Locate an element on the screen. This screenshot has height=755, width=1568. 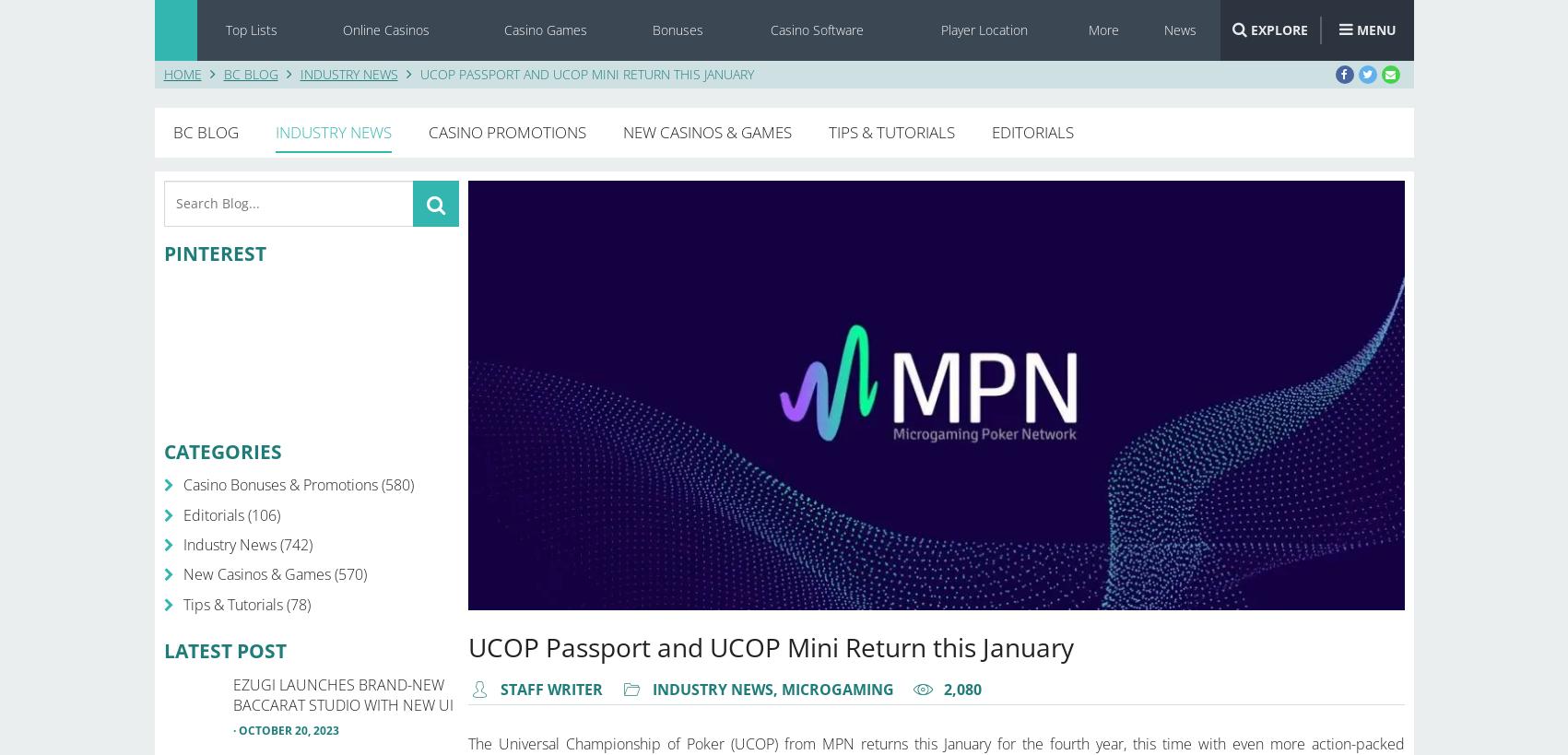
'EXPLORE' is located at coordinates (1244, 29).